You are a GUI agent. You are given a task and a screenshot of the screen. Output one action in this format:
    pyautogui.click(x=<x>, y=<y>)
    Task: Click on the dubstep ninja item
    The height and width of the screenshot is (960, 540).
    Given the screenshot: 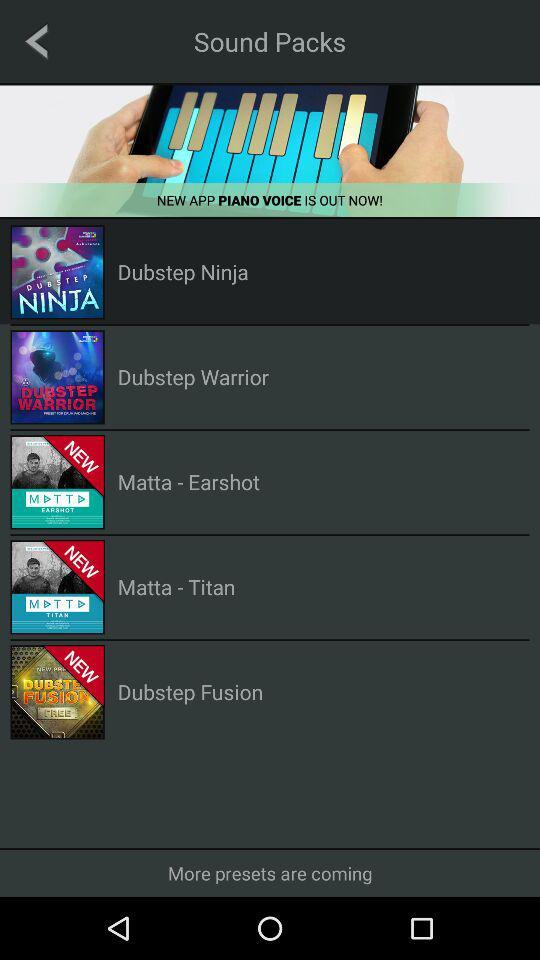 What is the action you would take?
    pyautogui.click(x=183, y=270)
    